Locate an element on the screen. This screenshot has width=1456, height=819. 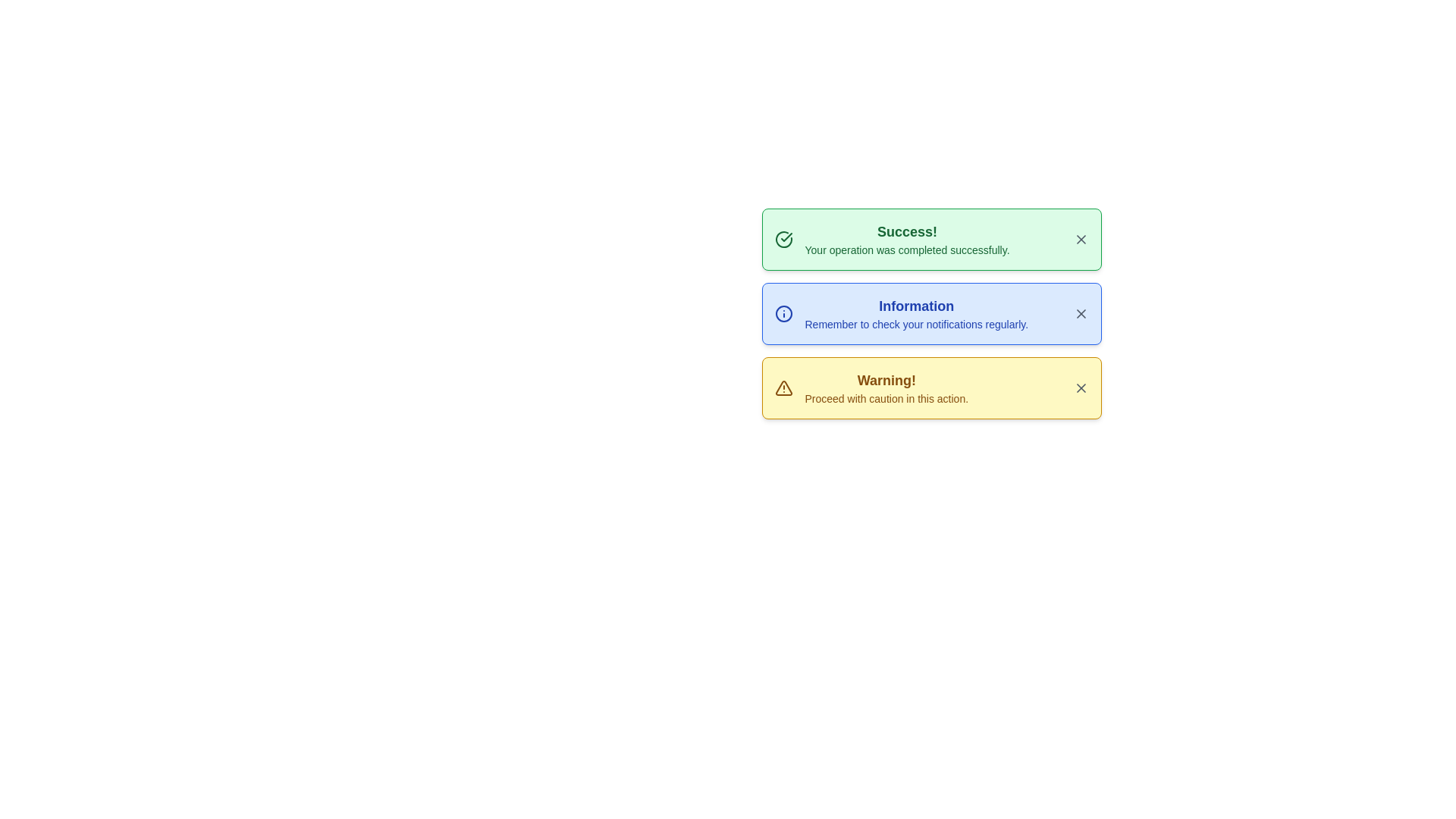
the dismiss button represented by an 'X' shape, created by two intersecting diagonal lines within the blue notification box labeled 'Information' is located at coordinates (1080, 312).